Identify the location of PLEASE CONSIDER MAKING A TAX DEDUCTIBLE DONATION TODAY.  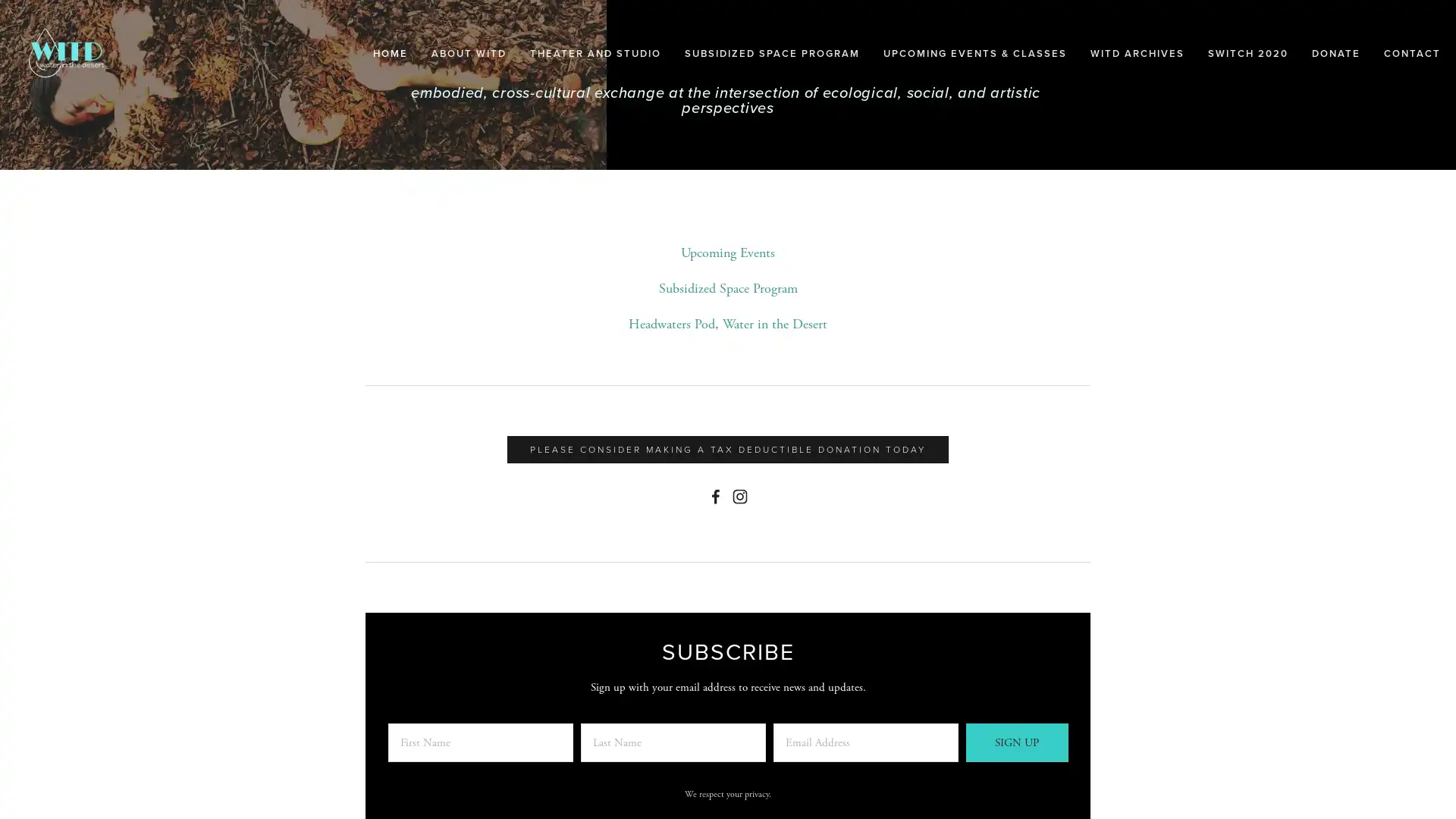
(728, 449).